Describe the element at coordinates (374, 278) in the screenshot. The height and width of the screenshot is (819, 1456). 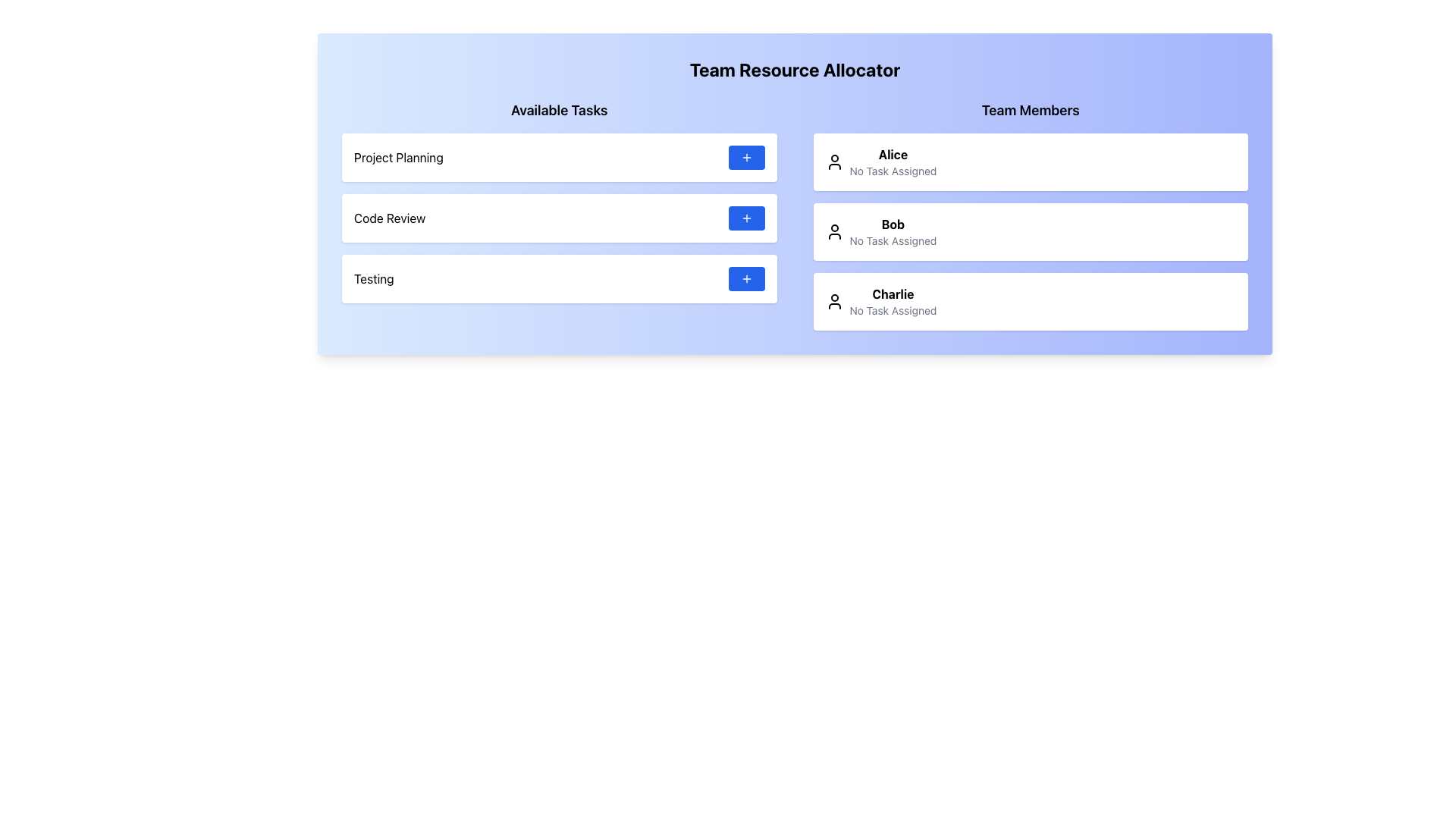
I see `text from the 'Testing' label in the third tab of the 'Available Tasks' list, which is a non-interactive display element` at that location.